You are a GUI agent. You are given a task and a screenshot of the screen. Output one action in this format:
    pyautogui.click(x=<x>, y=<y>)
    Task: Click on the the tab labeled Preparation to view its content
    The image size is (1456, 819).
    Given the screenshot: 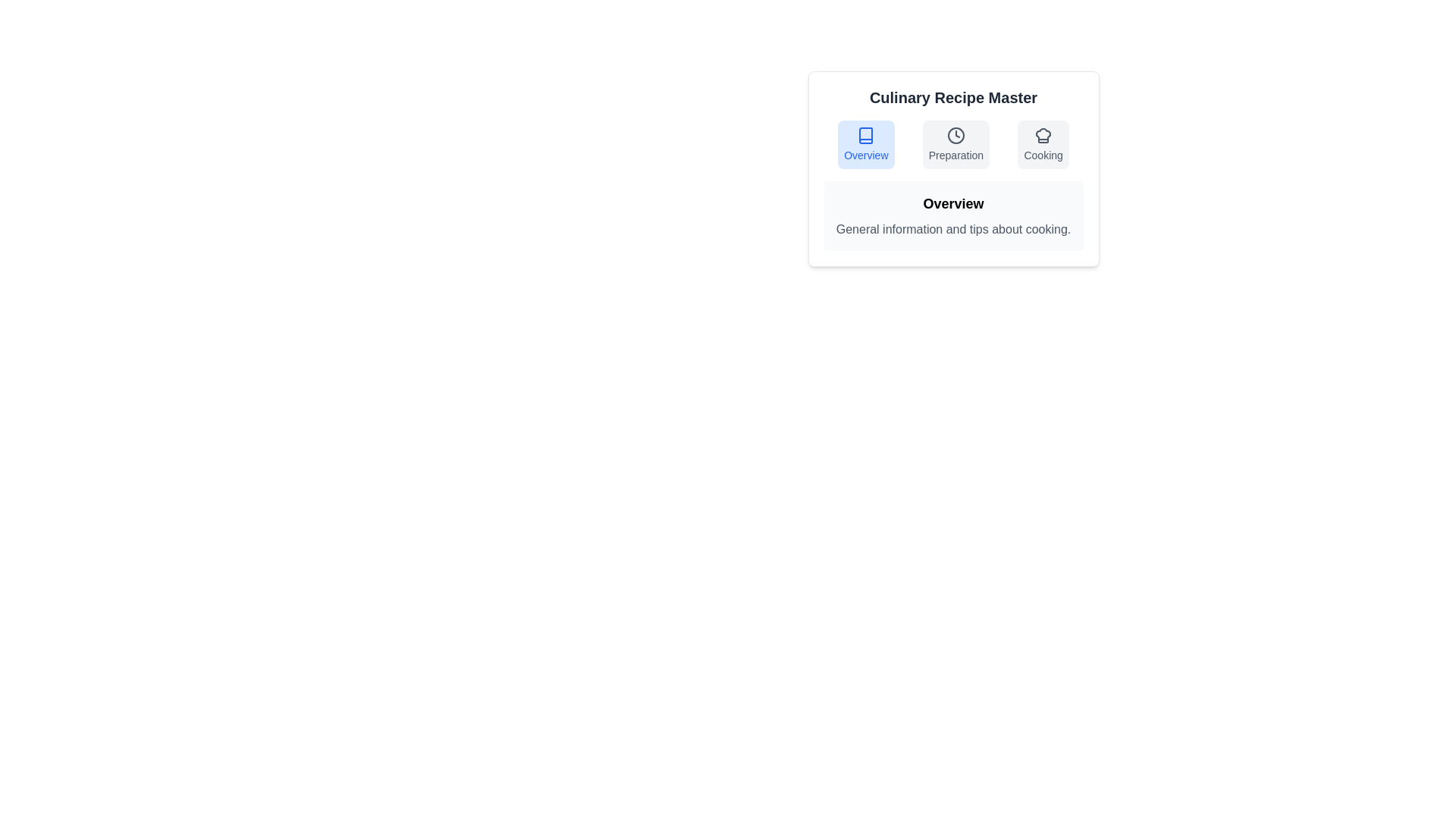 What is the action you would take?
    pyautogui.click(x=955, y=145)
    